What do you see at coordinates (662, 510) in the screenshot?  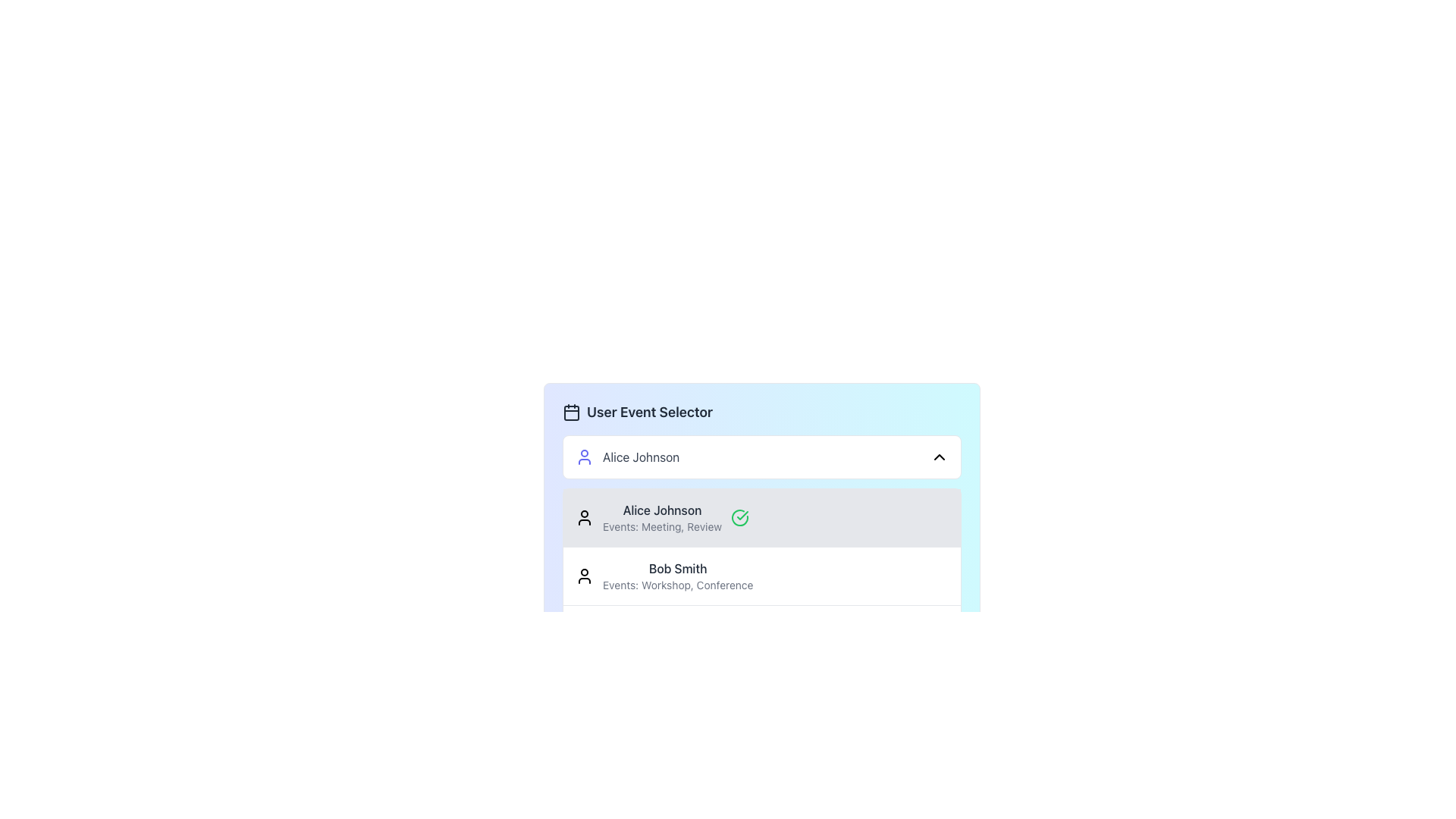 I see `the text label displaying 'Alice Johnson'` at bounding box center [662, 510].